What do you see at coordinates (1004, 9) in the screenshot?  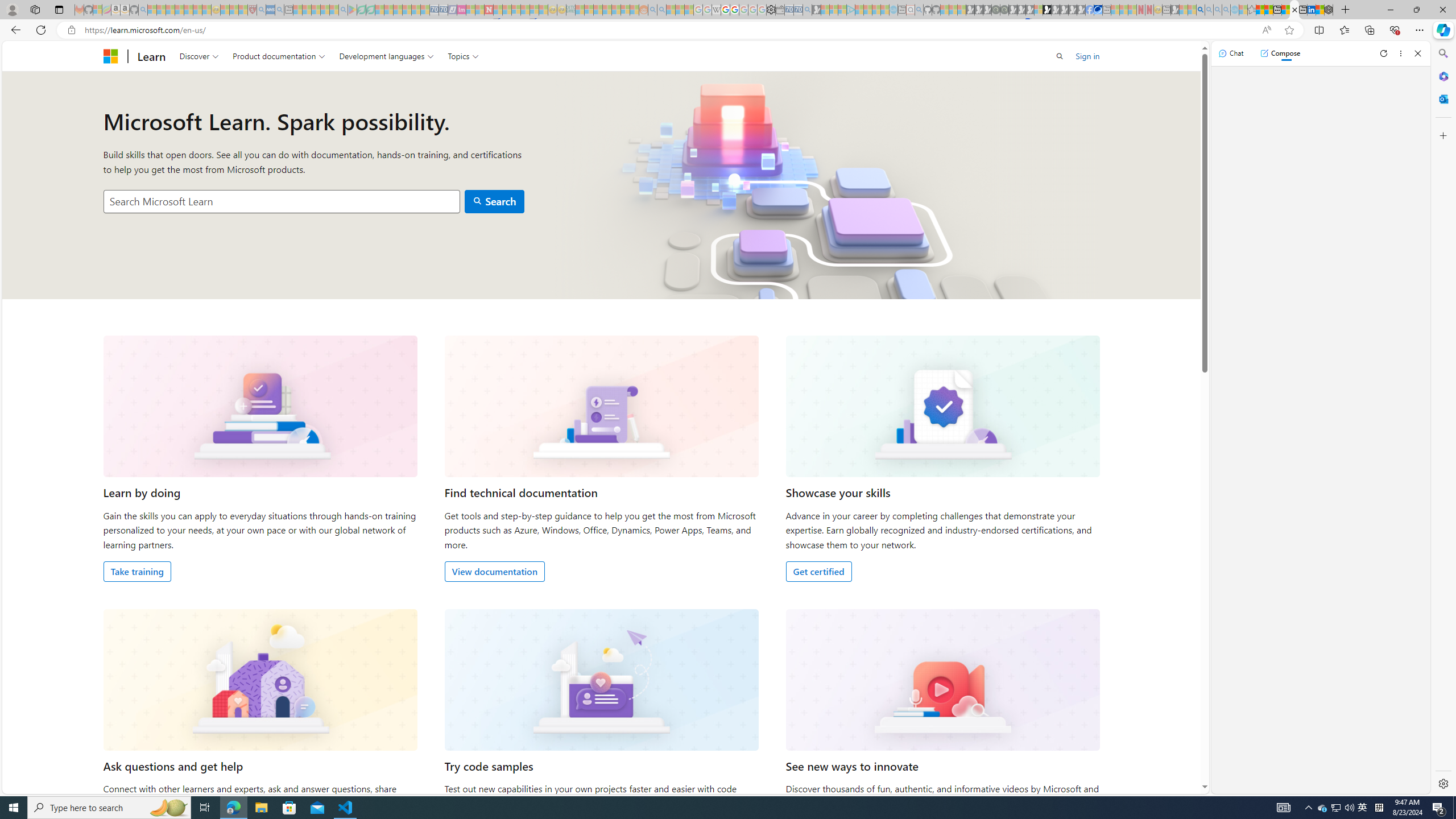 I see `'Future Focus Report 2024 - Sleeping'` at bounding box center [1004, 9].